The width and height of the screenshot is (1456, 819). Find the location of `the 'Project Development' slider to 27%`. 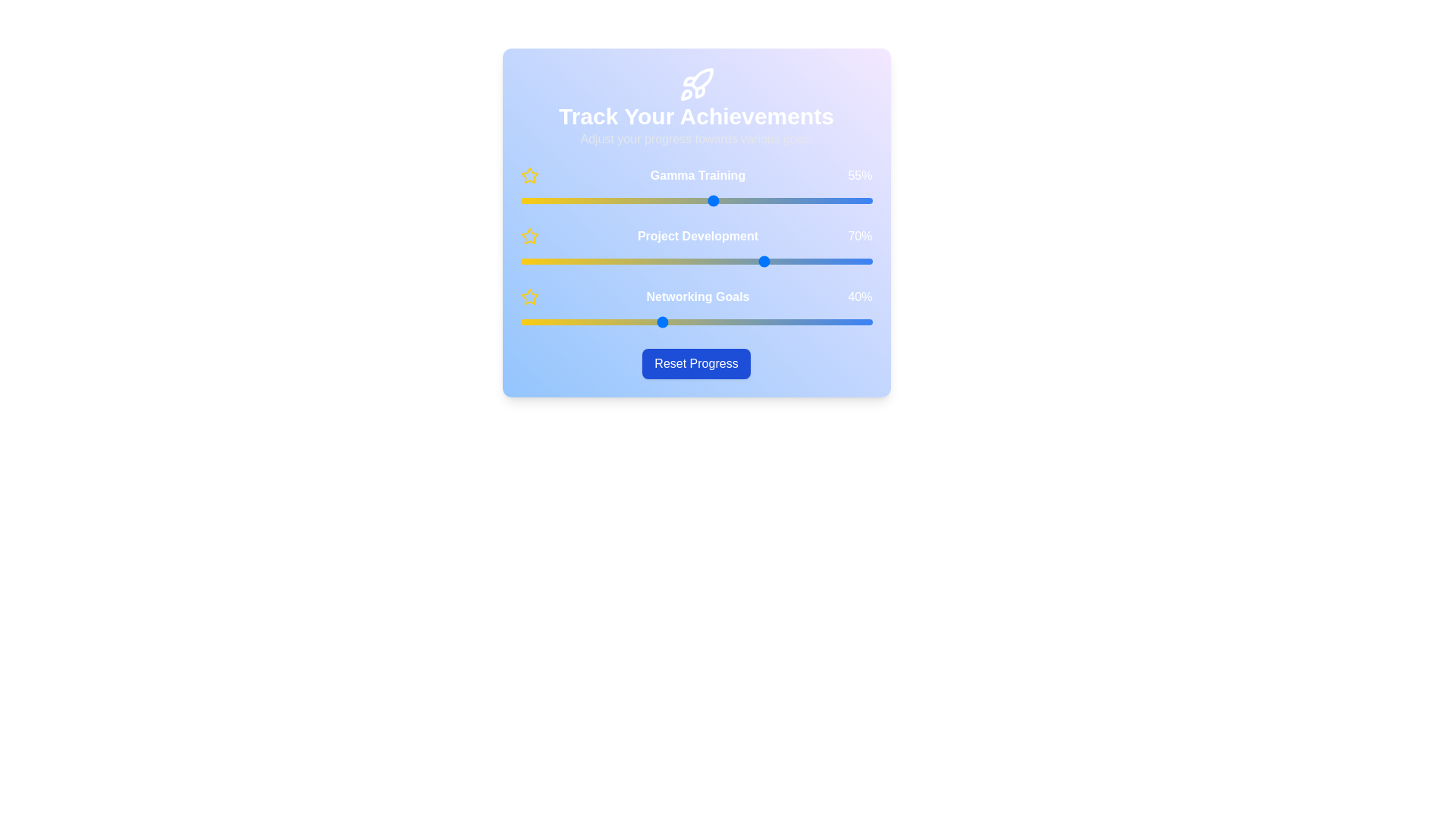

the 'Project Development' slider to 27% is located at coordinates (615, 260).